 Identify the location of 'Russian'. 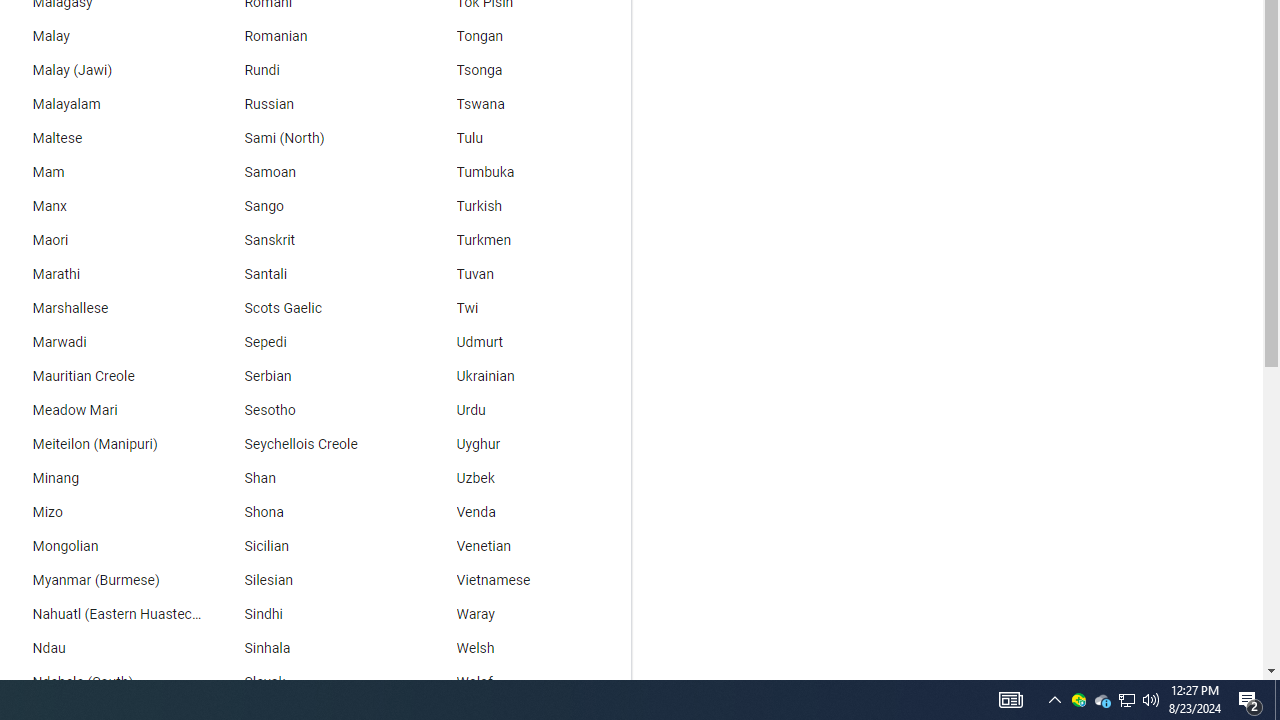
(311, 105).